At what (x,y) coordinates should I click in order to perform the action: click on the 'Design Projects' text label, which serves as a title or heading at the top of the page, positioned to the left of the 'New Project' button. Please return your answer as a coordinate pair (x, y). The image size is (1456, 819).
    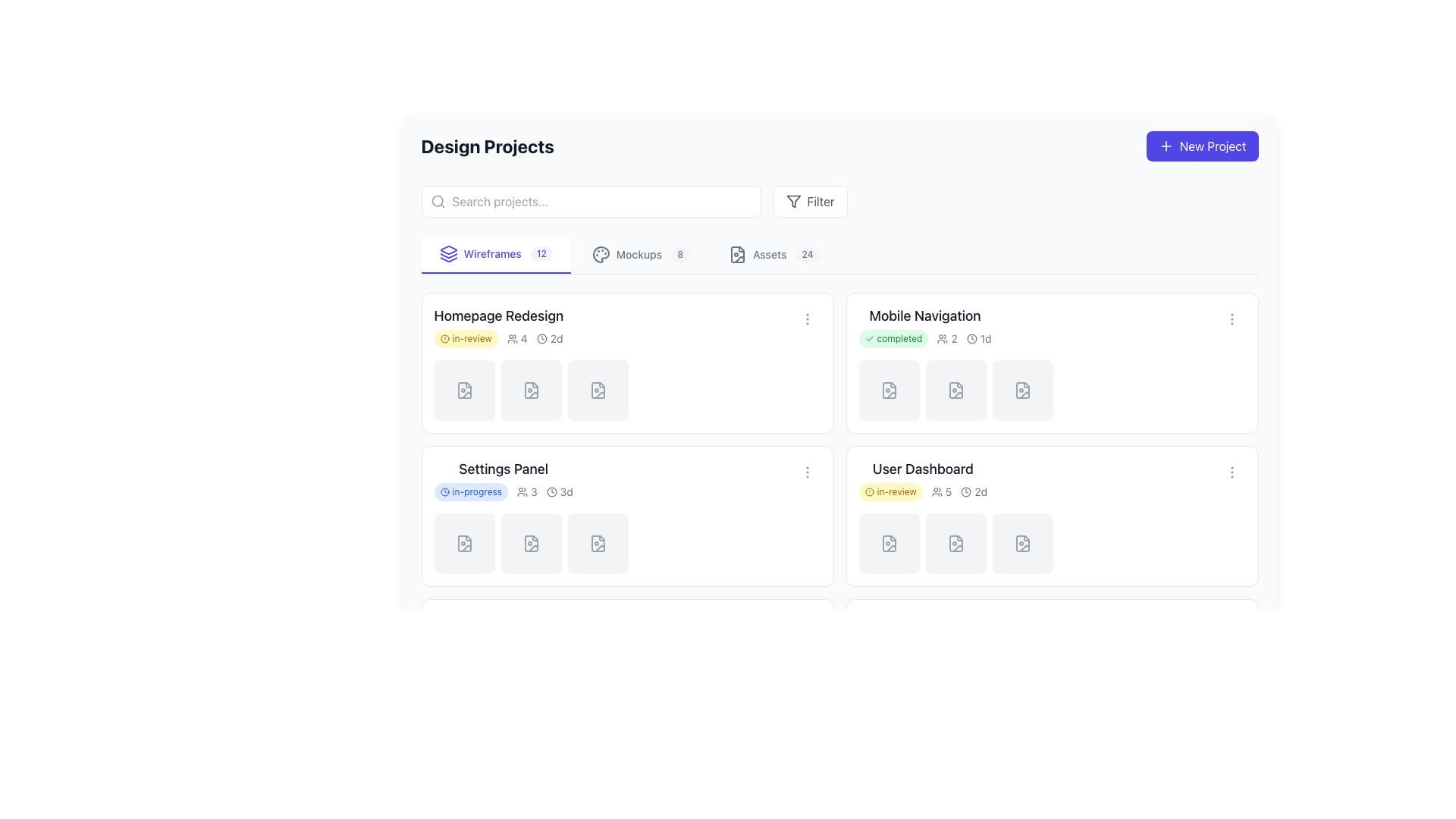
    Looking at the image, I should click on (488, 146).